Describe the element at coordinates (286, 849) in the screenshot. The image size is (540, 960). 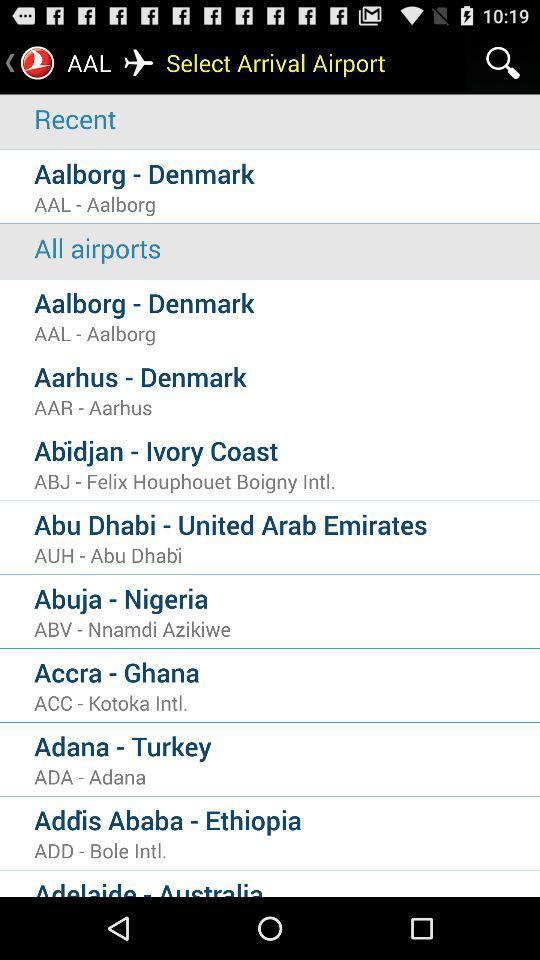
I see `the icon below addi s ababa icon` at that location.